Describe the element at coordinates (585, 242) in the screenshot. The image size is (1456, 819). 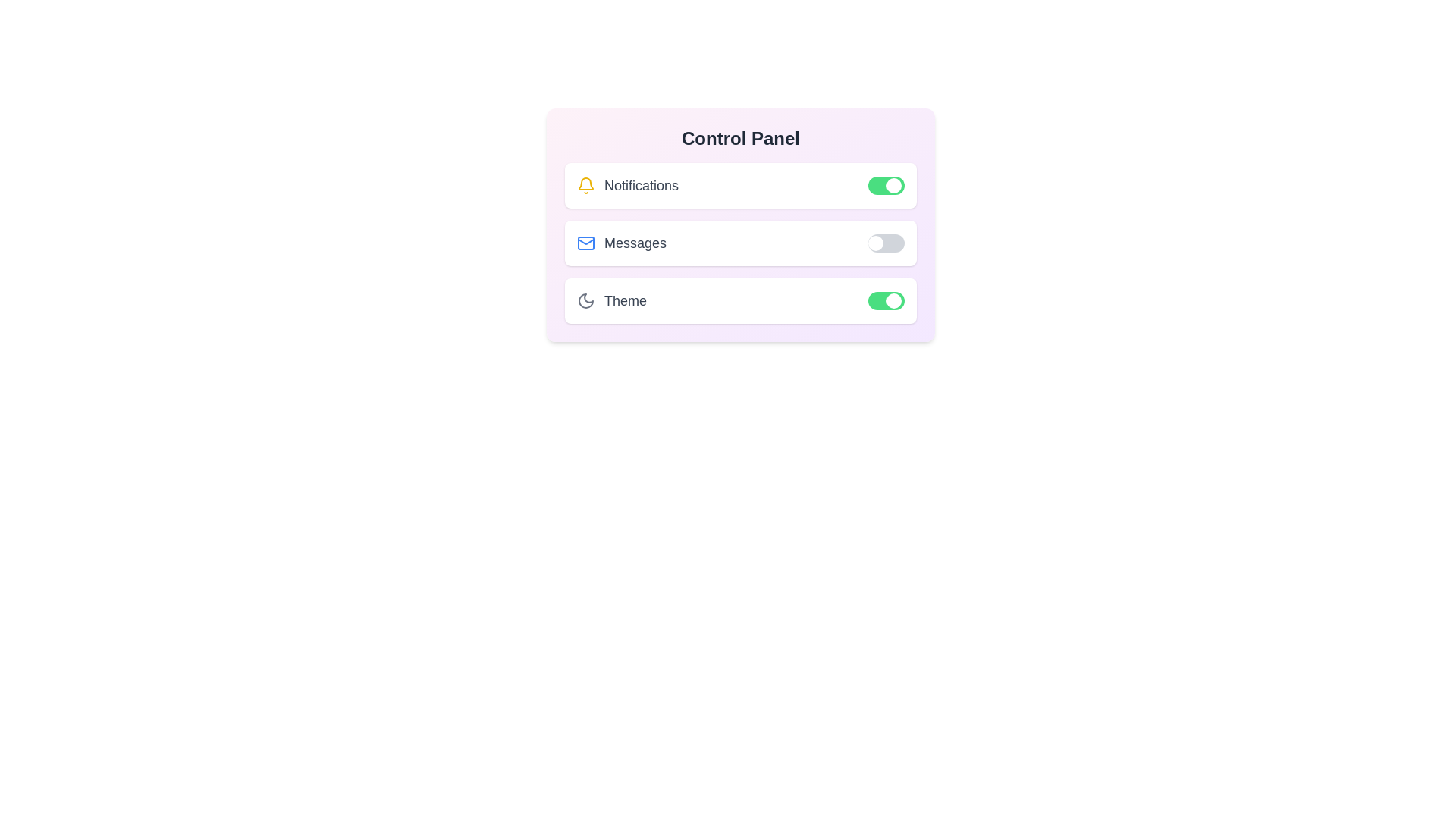
I see `the light-colored rectangular component styled as part of the mail icon, which represents the body of an envelope in the 'Messages' section` at that location.